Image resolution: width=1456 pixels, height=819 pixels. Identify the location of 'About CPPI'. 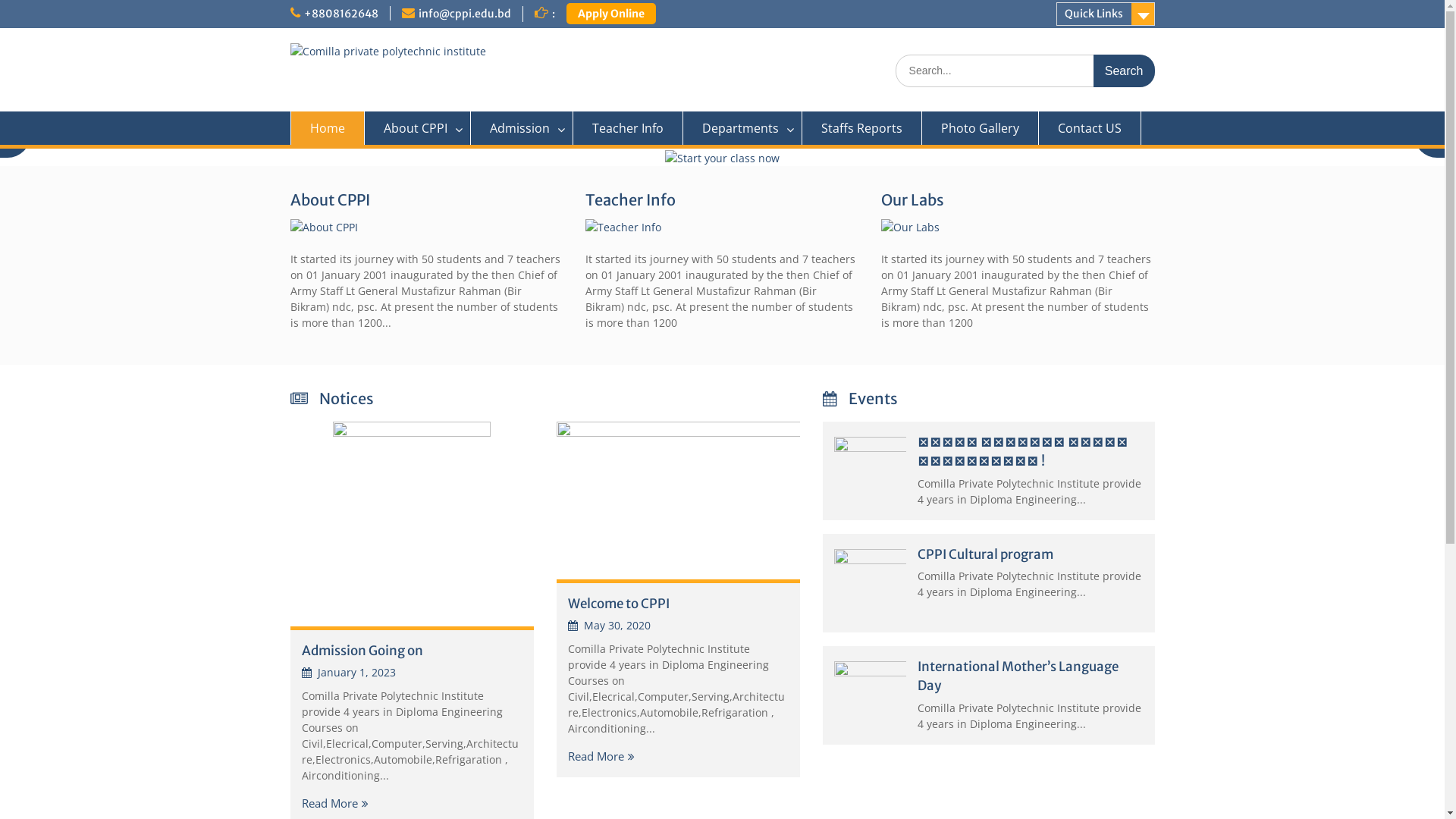
(417, 127).